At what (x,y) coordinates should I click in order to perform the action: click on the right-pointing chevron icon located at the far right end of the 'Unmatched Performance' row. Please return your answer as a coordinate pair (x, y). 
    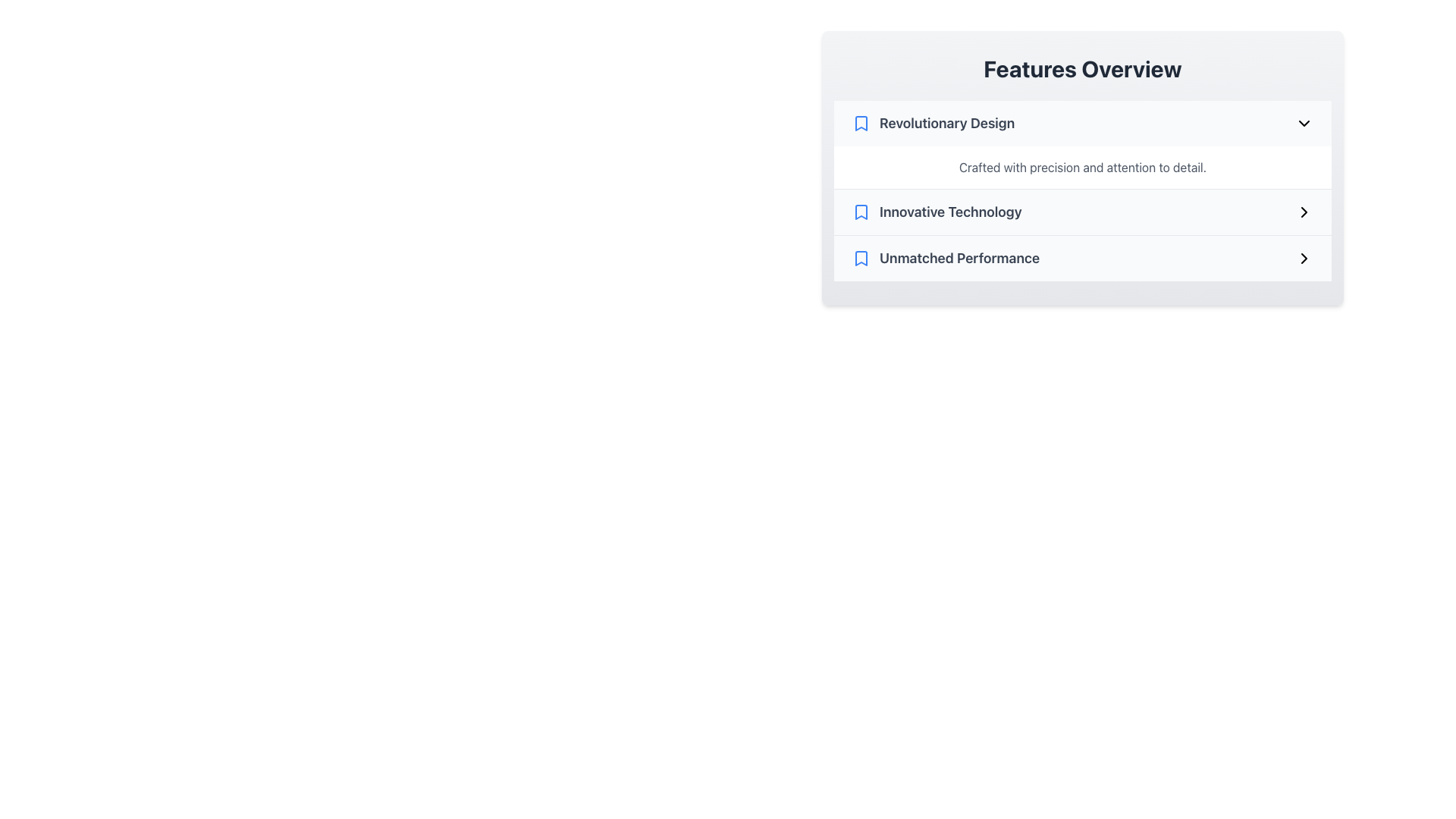
    Looking at the image, I should click on (1303, 257).